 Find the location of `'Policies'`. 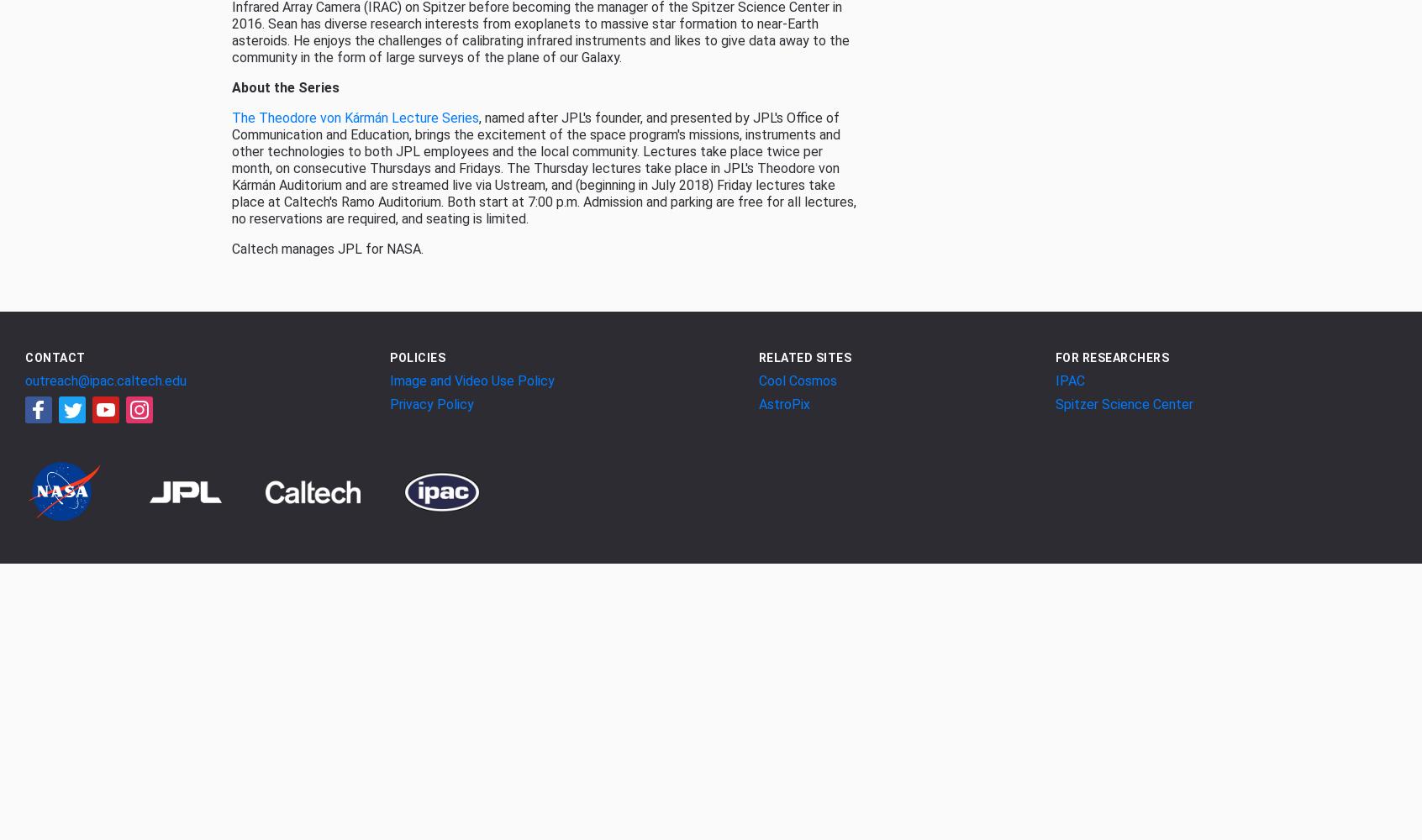

'Policies' is located at coordinates (417, 357).